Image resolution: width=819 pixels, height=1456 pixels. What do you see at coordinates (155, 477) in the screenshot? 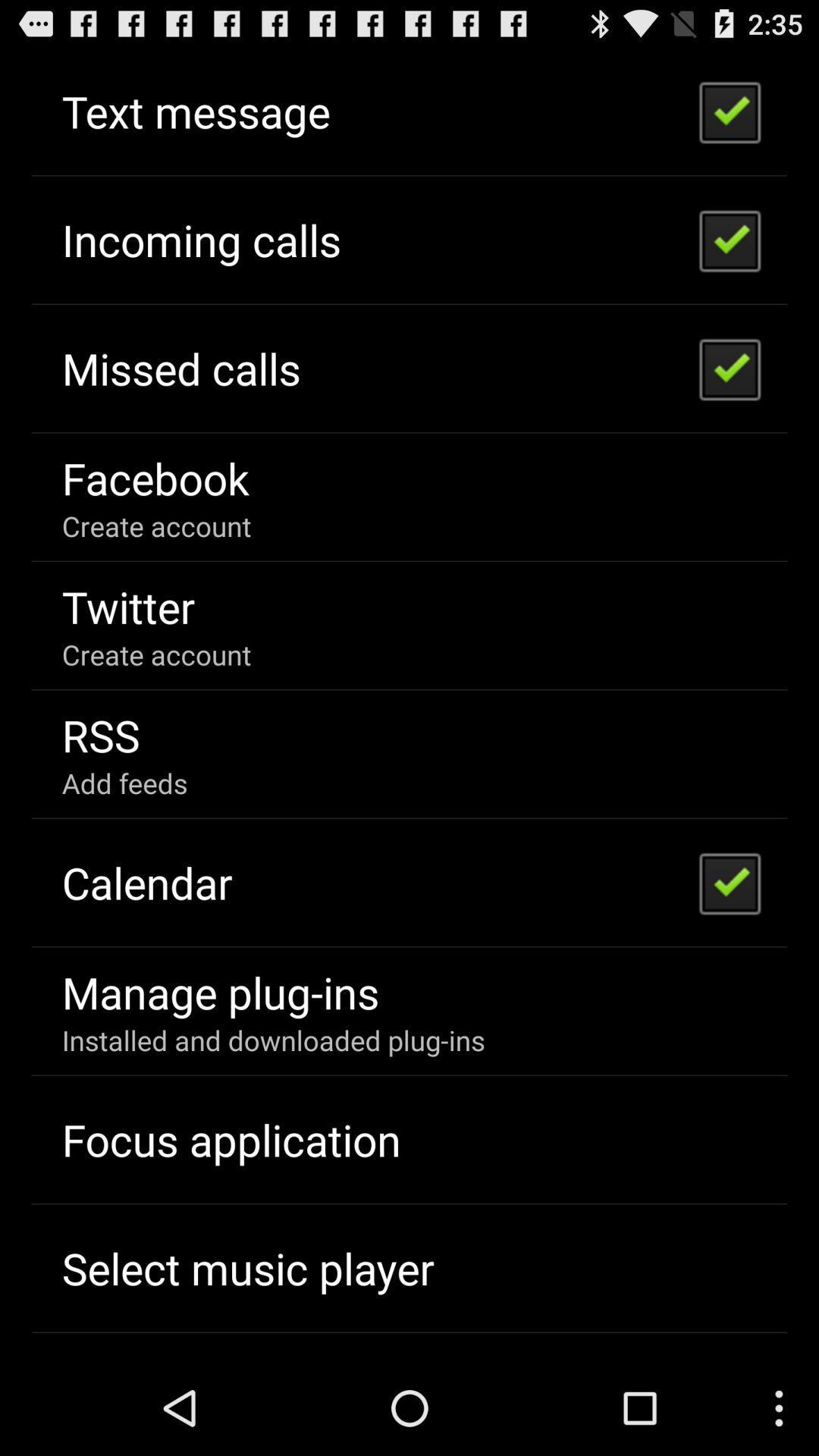
I see `item below missed calls app` at bounding box center [155, 477].